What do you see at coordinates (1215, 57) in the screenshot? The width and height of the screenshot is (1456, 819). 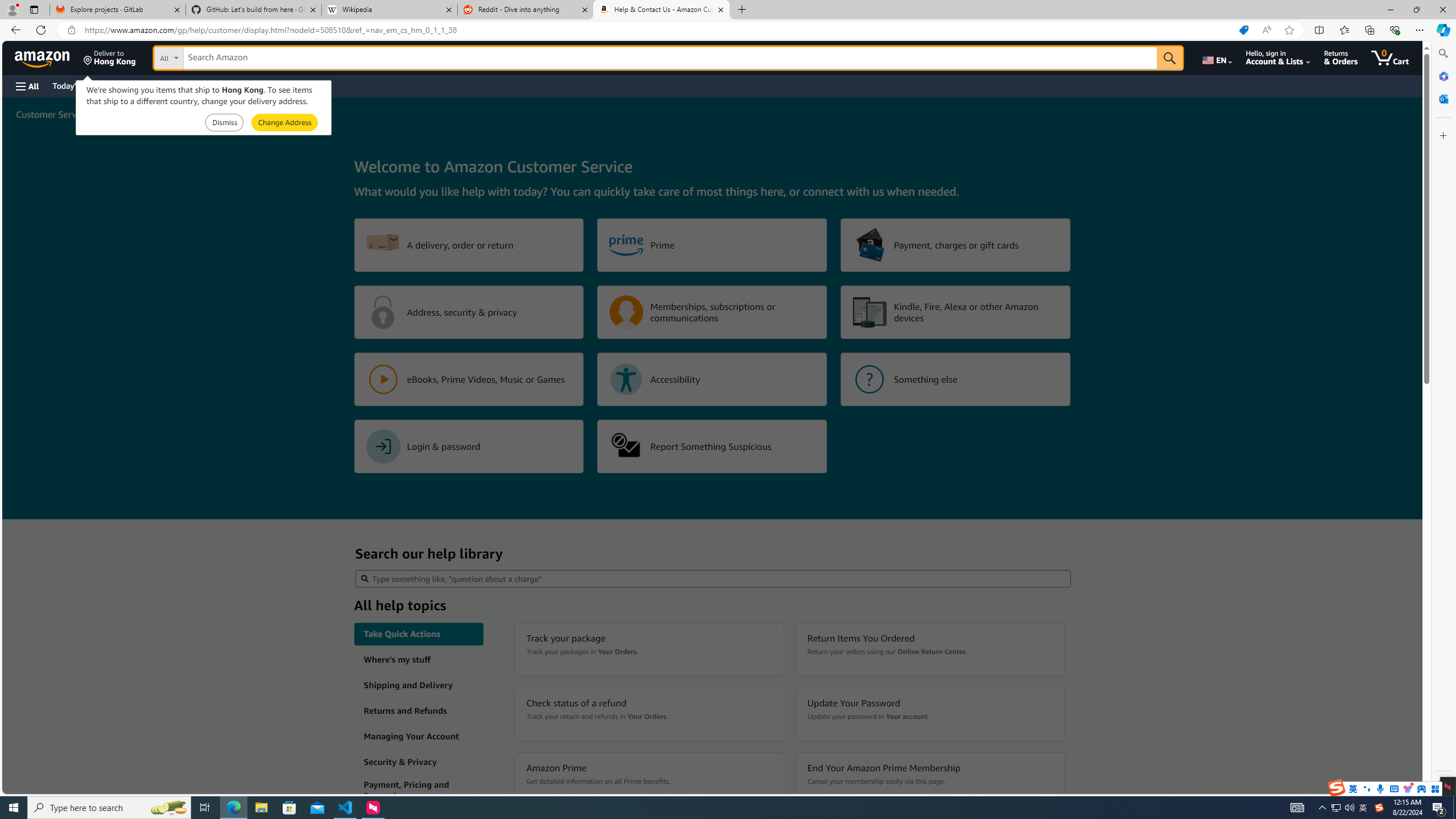 I see `'Choose a language for shopping.'` at bounding box center [1215, 57].